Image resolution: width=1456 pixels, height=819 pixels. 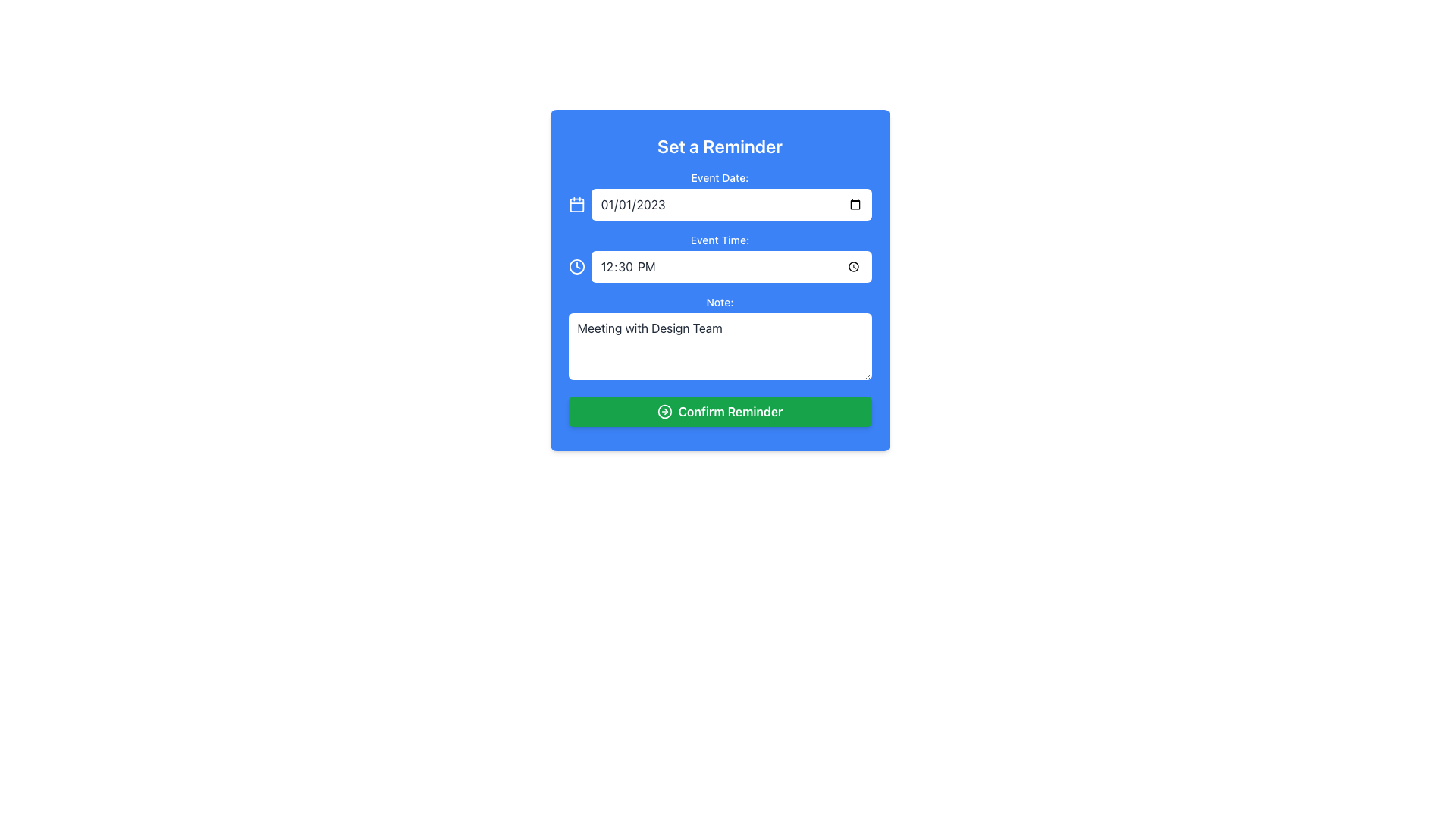 I want to click on the Decorative SVG shape that serves as the main body of the calendar icon, which is styled with a blue background and positioned to the left of the 'Event Date' input field, so click(x=576, y=205).